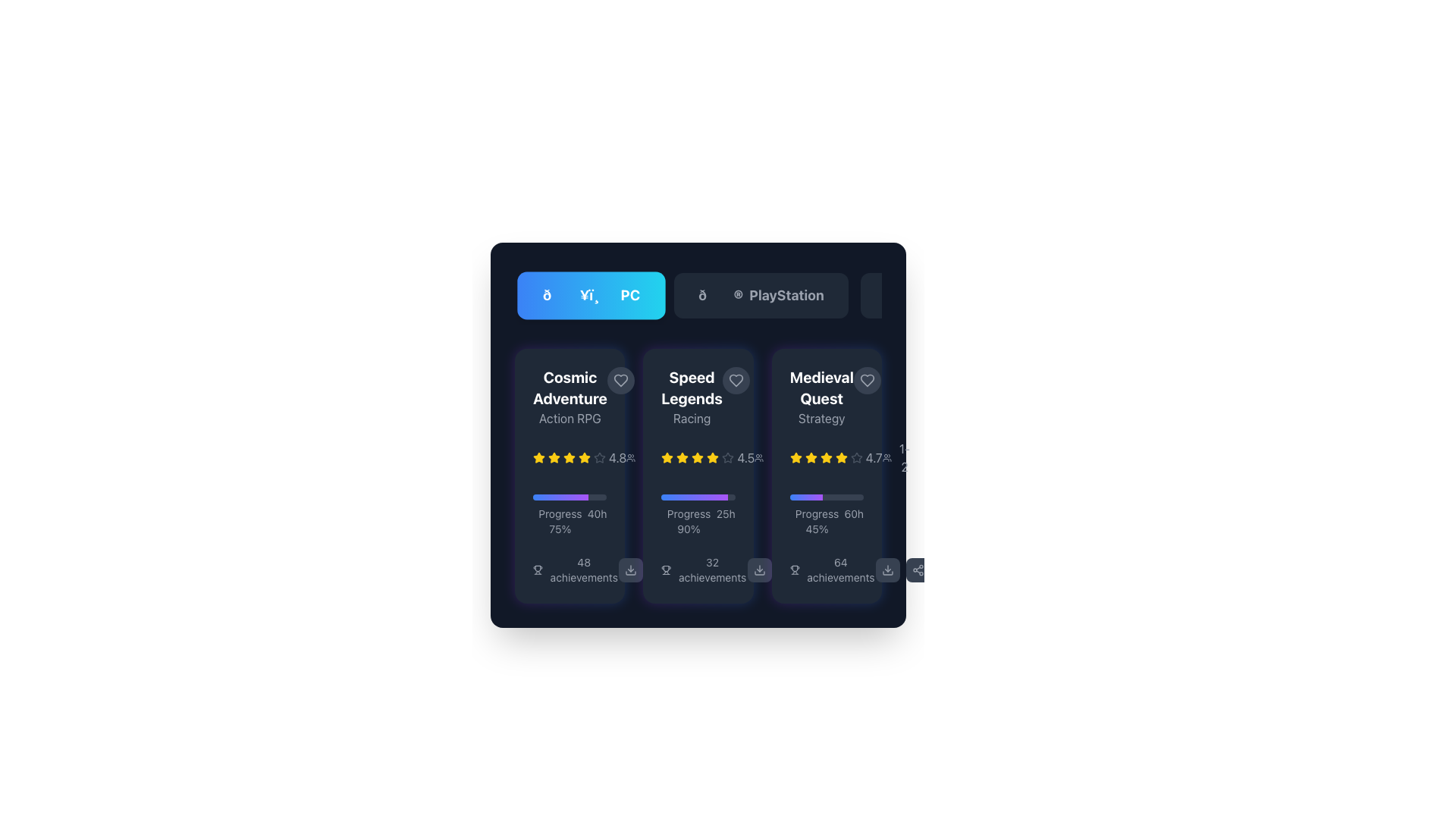 The image size is (1456, 819). I want to click on the horizontal progress bar with a gradient fill indicating progress within the 'Speed Legends' card, located below the star rating and above the 'Progress 25h 90%' text, so click(694, 497).